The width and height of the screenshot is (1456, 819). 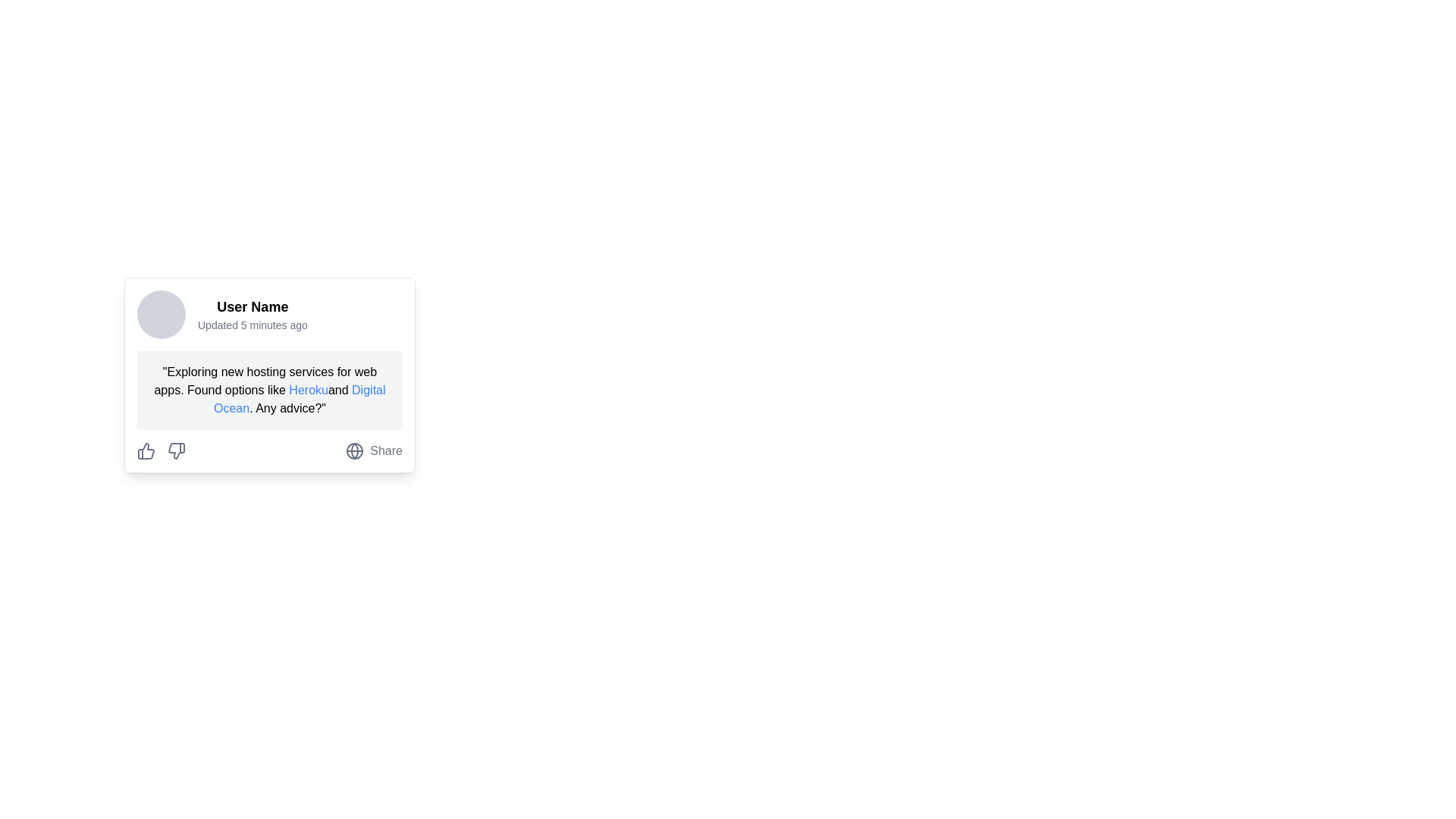 I want to click on the Text label that displays the timestamp of the last update related to the user's activity, located directly underneath the 'User Name' text in the profile card layout, so click(x=253, y=324).